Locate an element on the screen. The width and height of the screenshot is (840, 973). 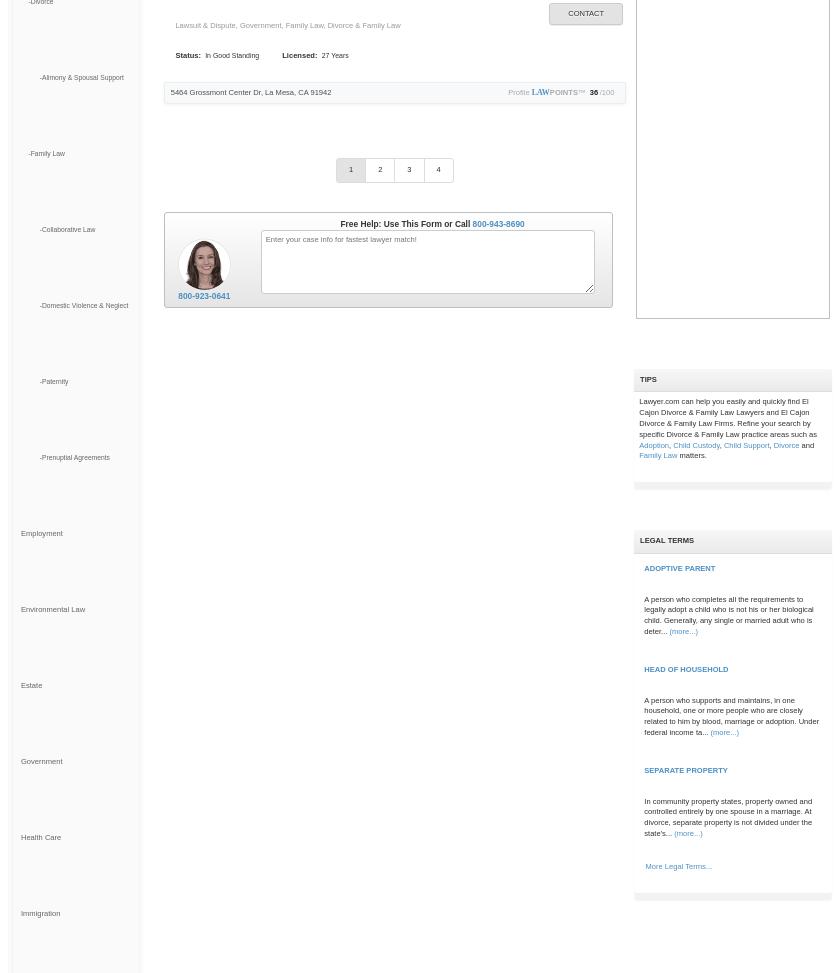
'Child Custody' is located at coordinates (696, 444).